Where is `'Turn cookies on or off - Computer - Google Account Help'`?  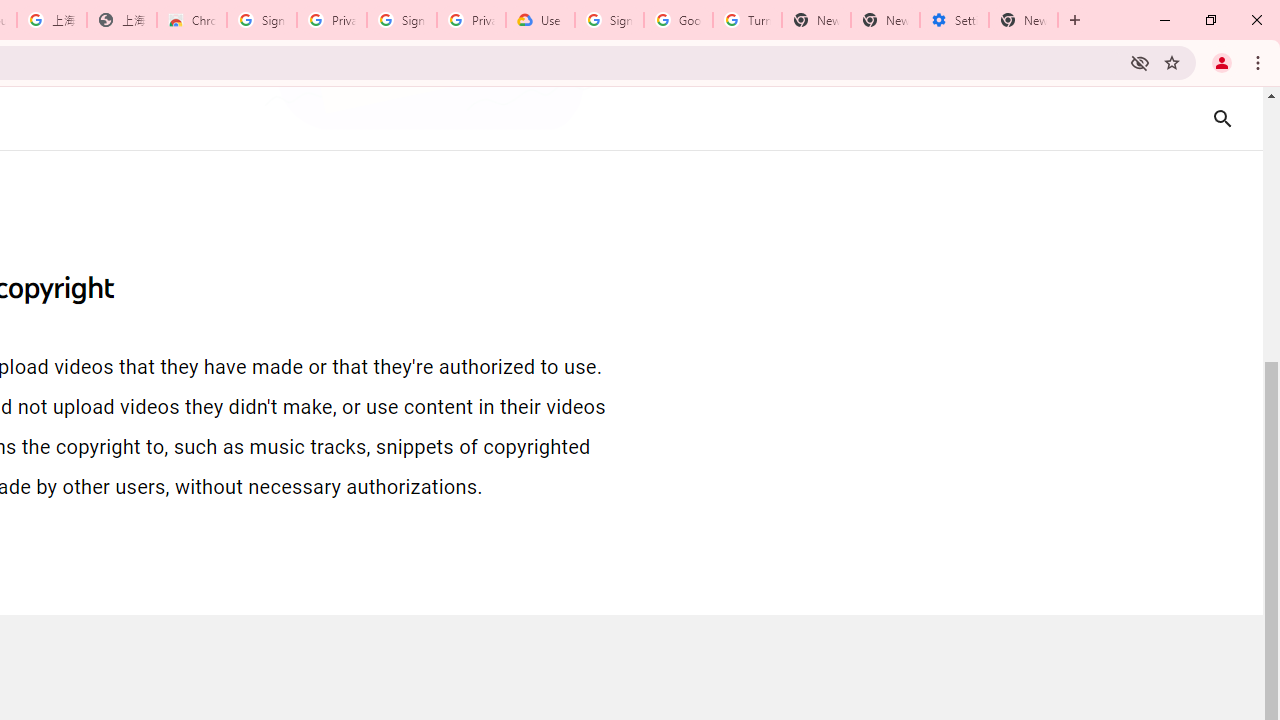
'Turn cookies on or off - Computer - Google Account Help' is located at coordinates (746, 20).